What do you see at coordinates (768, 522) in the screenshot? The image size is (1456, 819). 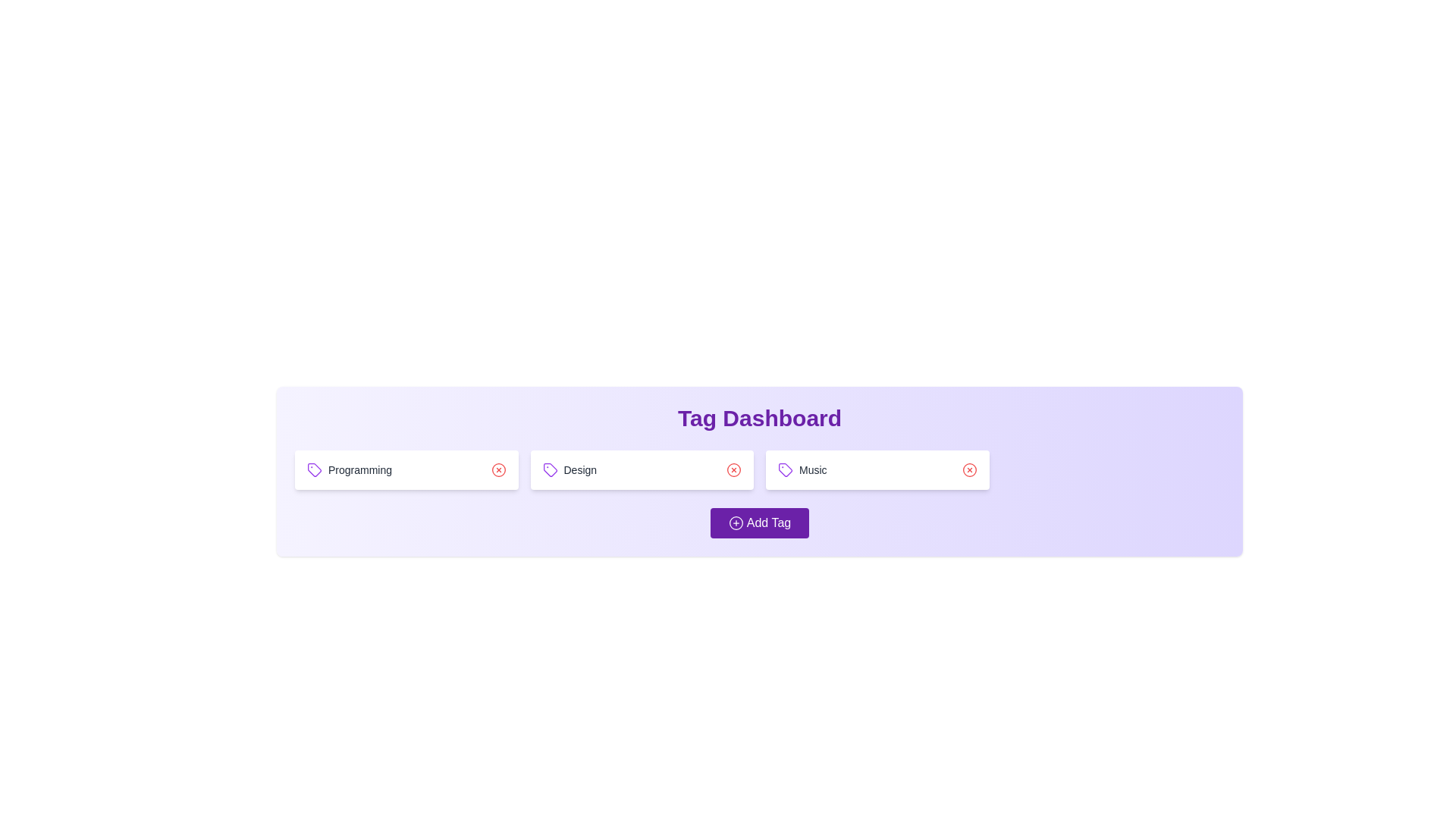 I see `the 'Add Tag' button, which is a purple button with rounded edges containing the text 'Add Tag' and a '+' symbol, located in the lower-central part of the interface under the 'Tag Dashboard'` at bounding box center [768, 522].